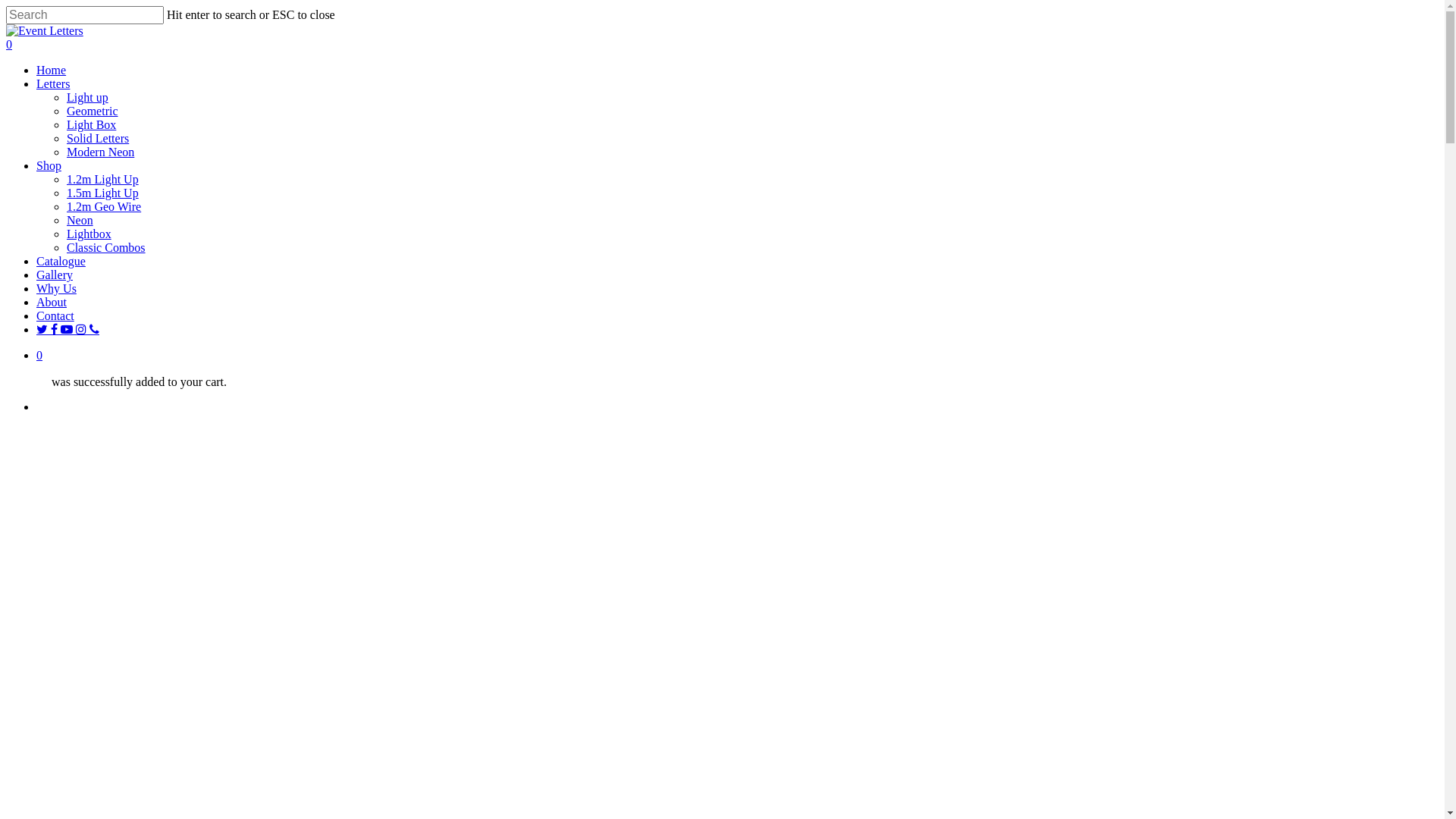  Describe the element at coordinates (79, 220) in the screenshot. I see `'Neon'` at that location.